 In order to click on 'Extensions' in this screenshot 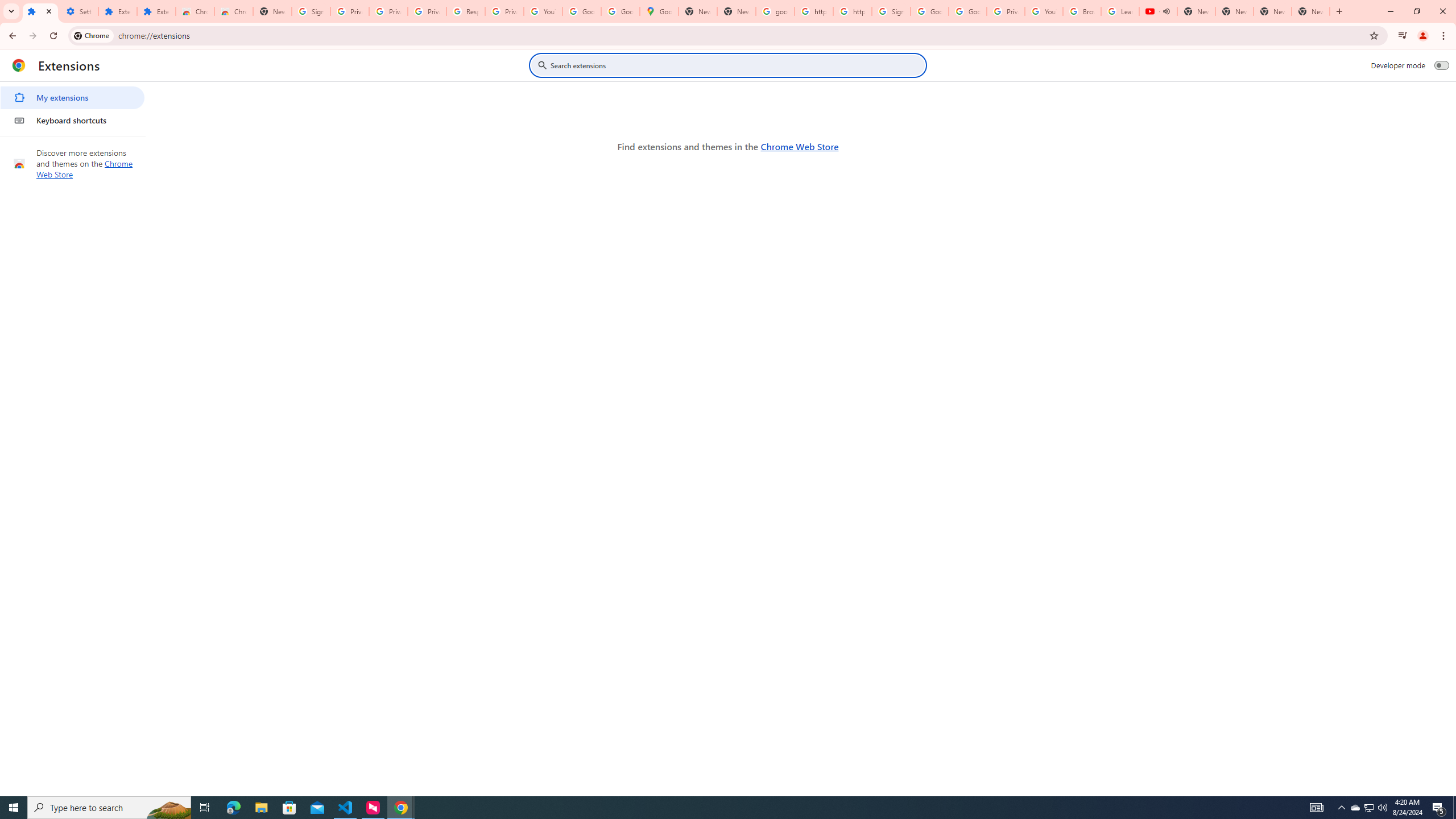, I will do `click(156, 11)`.